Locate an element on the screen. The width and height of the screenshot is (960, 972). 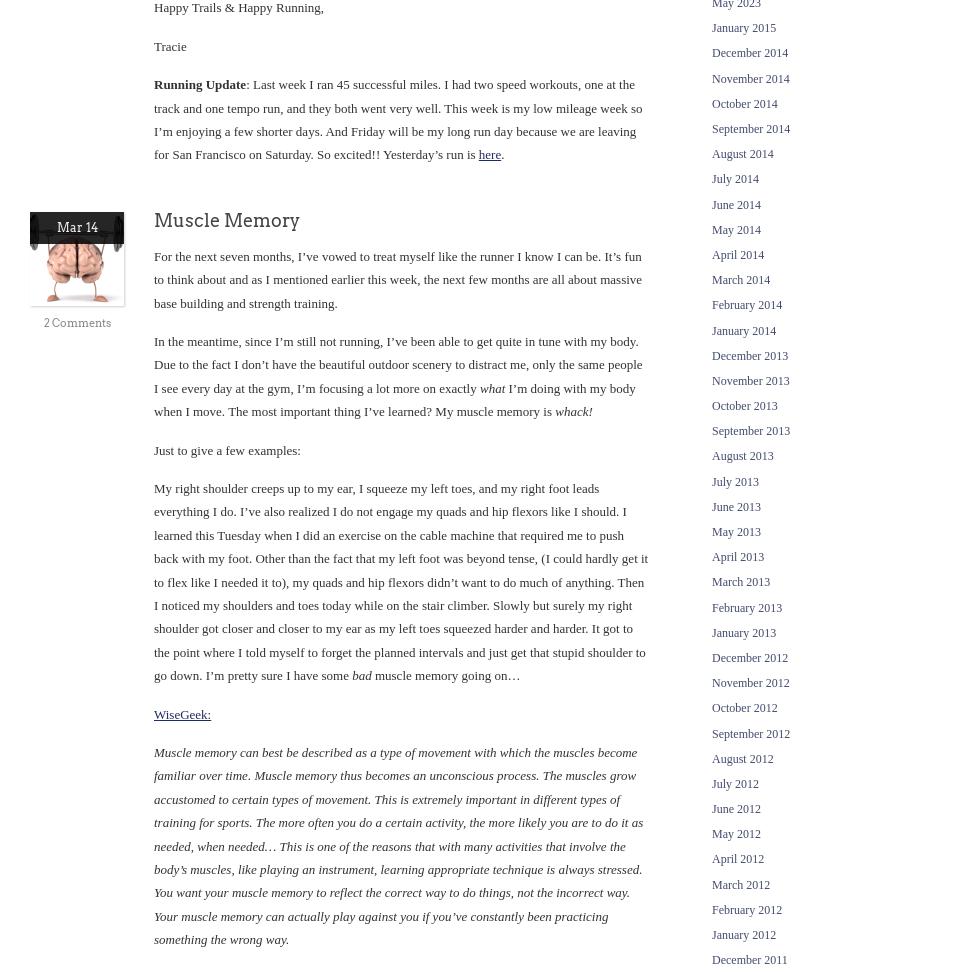
'December 2011' is located at coordinates (748, 959).